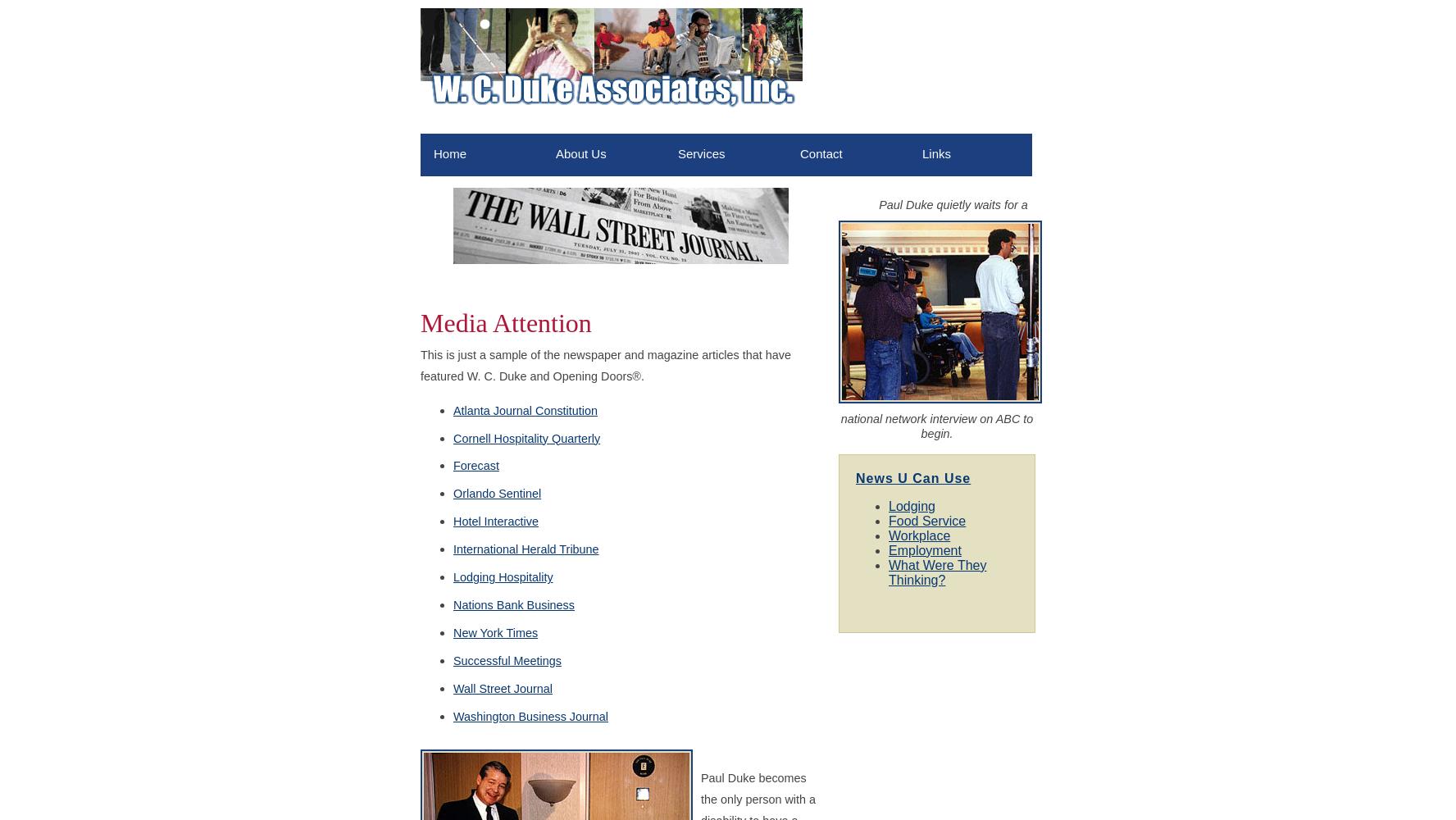  What do you see at coordinates (496, 493) in the screenshot?
I see `'Orlando Sentinel'` at bounding box center [496, 493].